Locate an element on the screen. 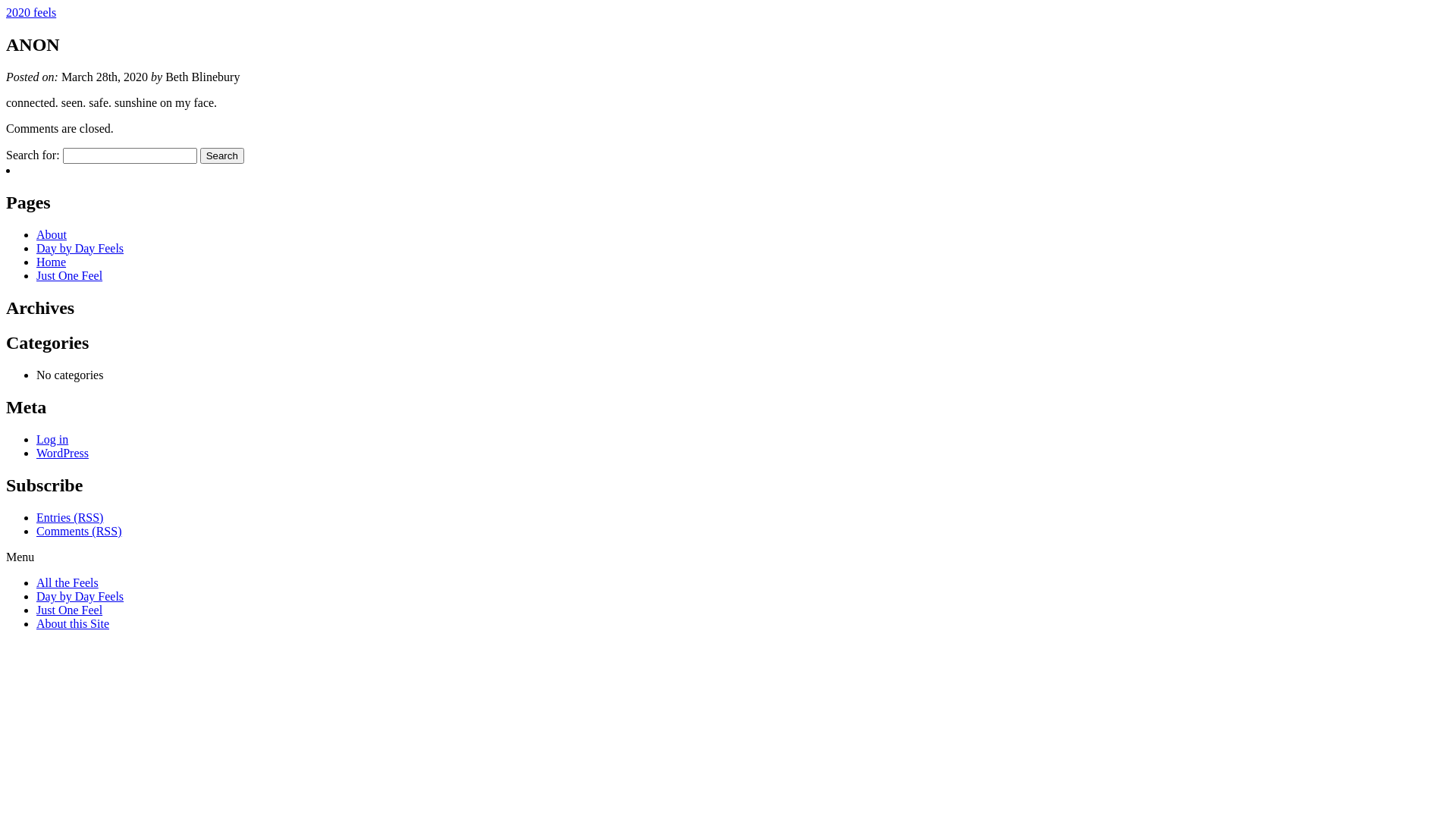  'About this Site' is located at coordinates (72, 623).